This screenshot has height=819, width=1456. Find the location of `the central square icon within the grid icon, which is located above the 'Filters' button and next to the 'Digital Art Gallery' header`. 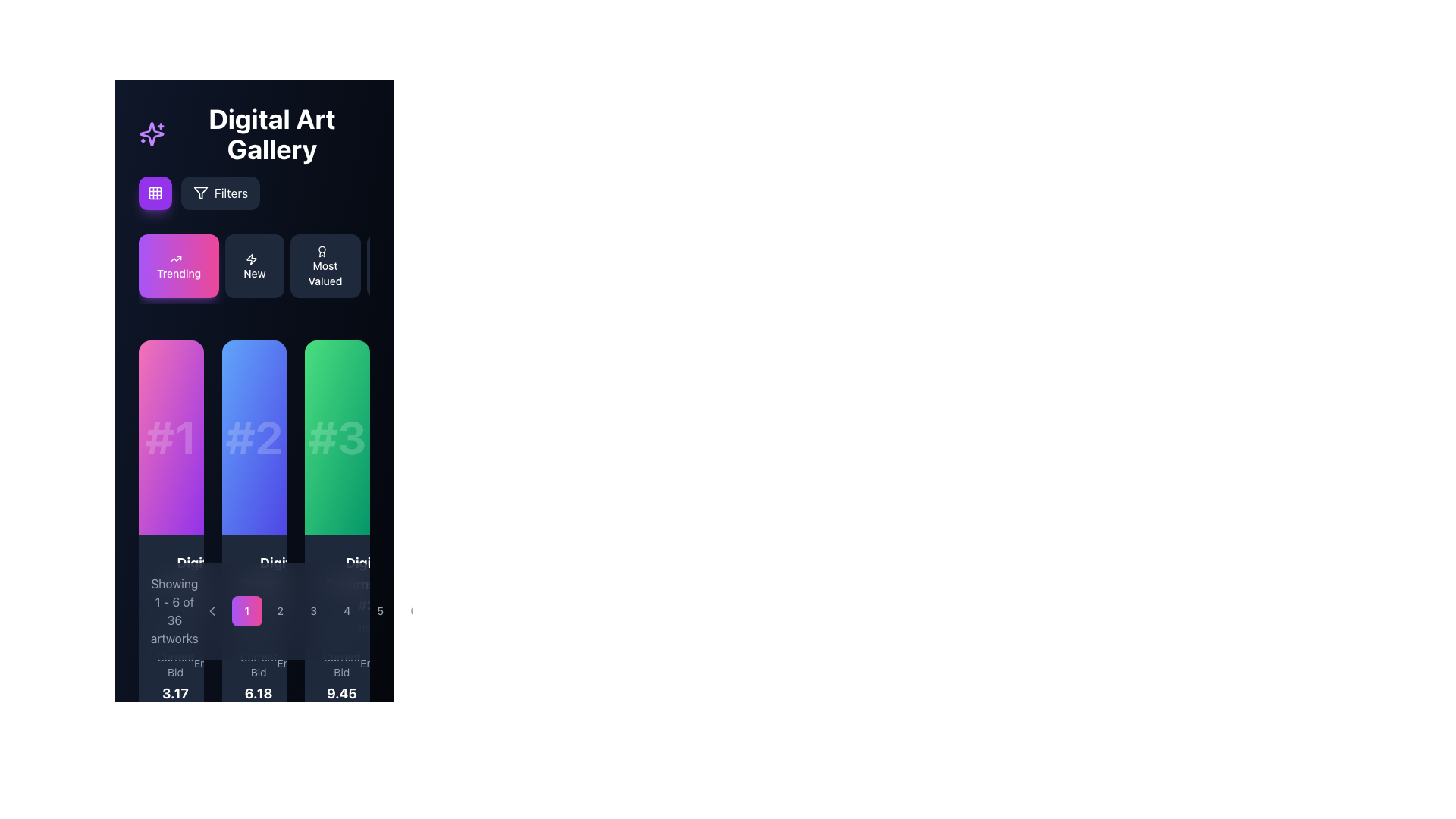

the central square icon within the grid icon, which is located above the 'Filters' button and next to the 'Digital Art Gallery' header is located at coordinates (155, 192).